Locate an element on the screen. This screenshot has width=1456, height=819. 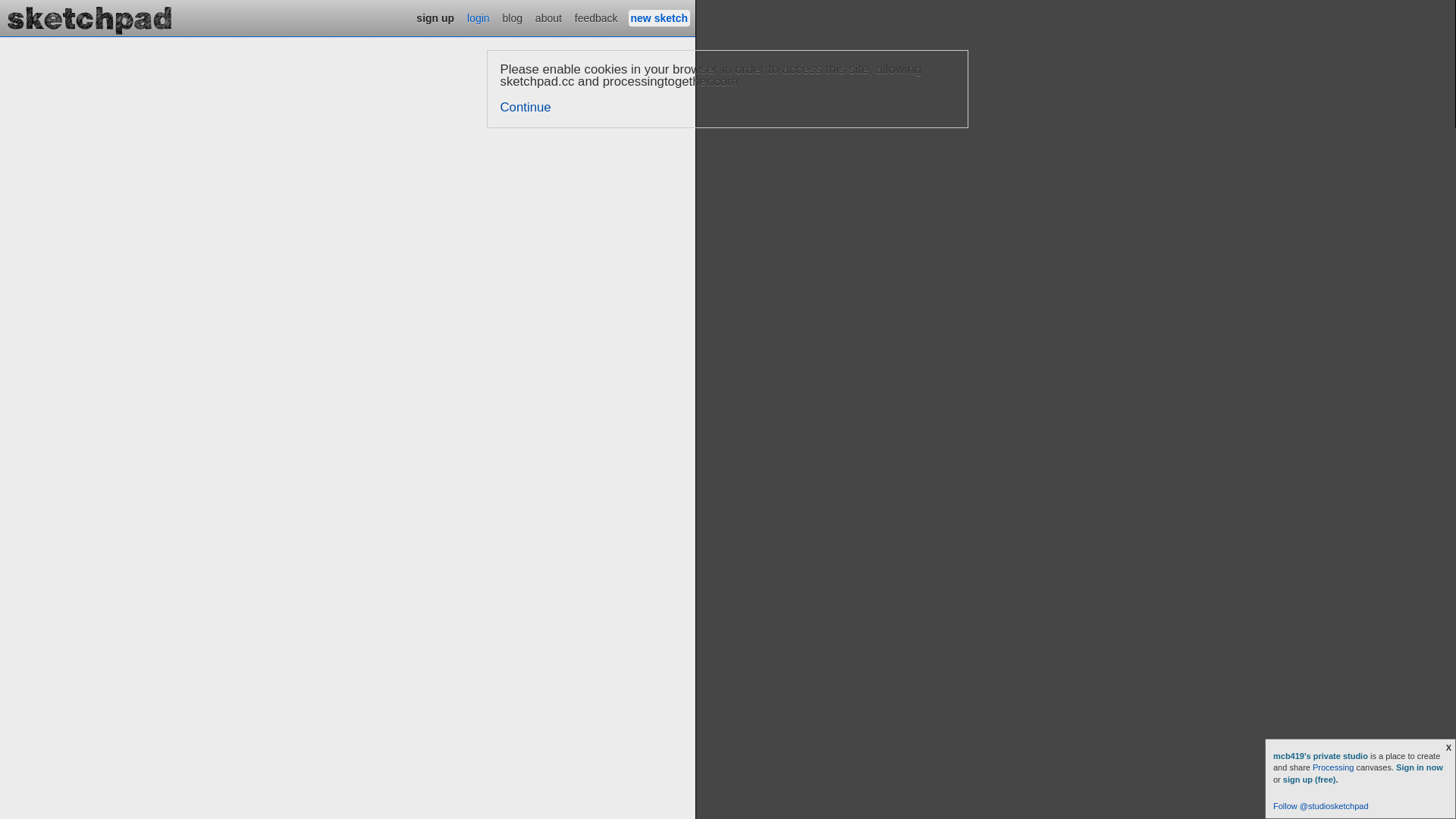
'Follow @studiosketchpad' is located at coordinates (1320, 805).